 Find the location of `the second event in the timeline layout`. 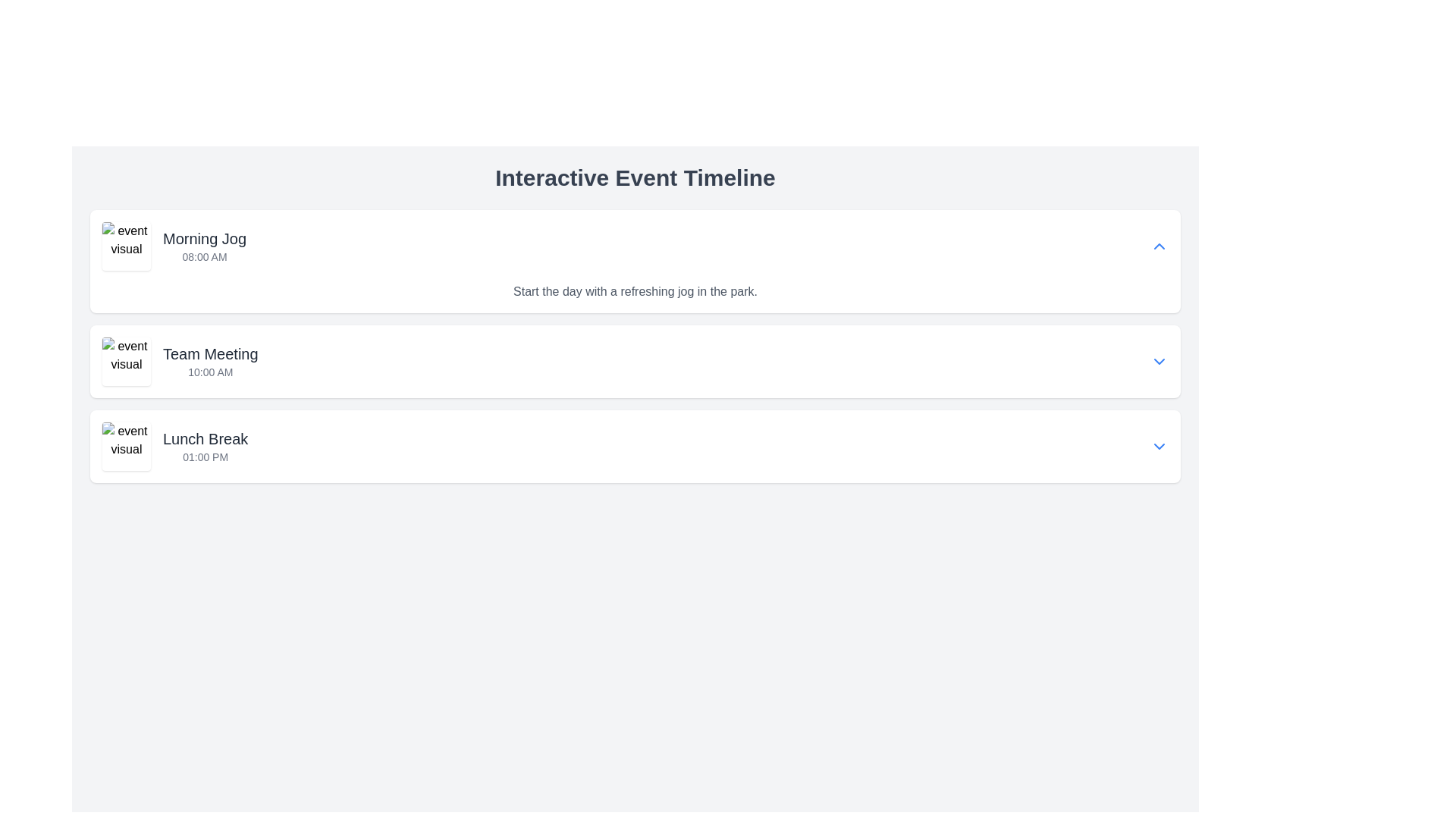

the second event in the timeline layout is located at coordinates (209, 362).